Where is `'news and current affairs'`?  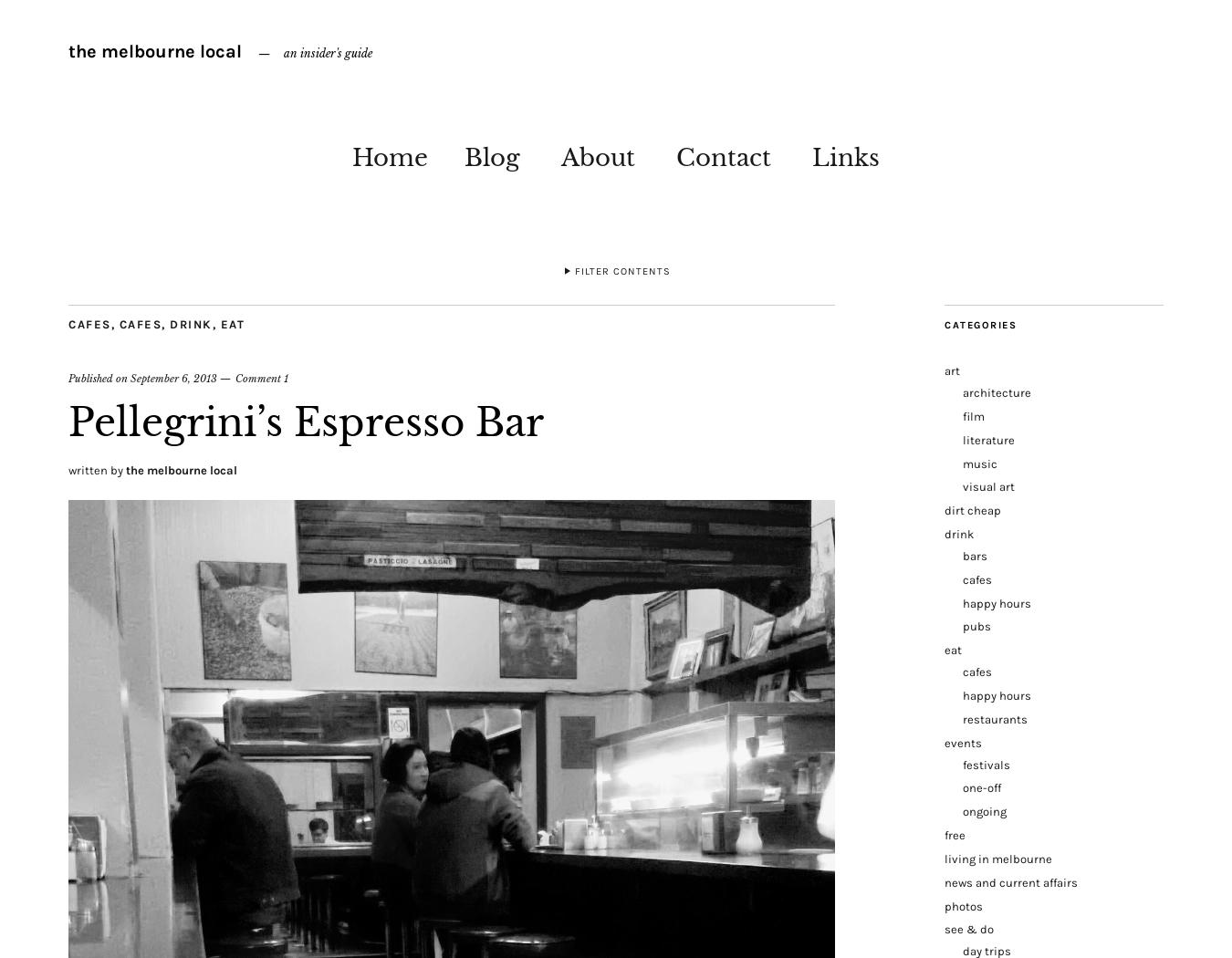 'news and current affairs' is located at coordinates (1010, 880).